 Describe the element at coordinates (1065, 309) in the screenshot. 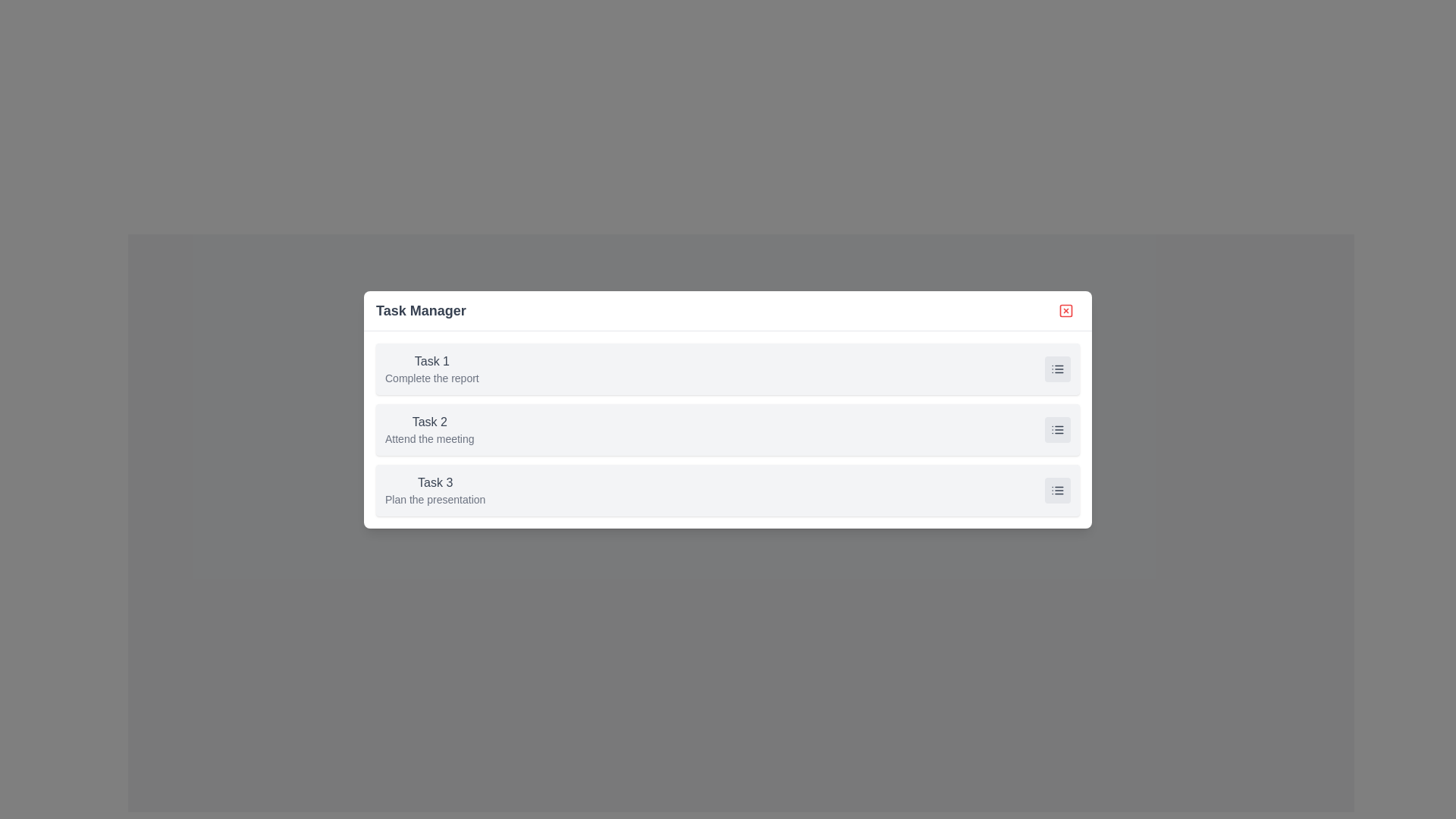

I see `the close button in the top-right corner of the dialog` at that location.